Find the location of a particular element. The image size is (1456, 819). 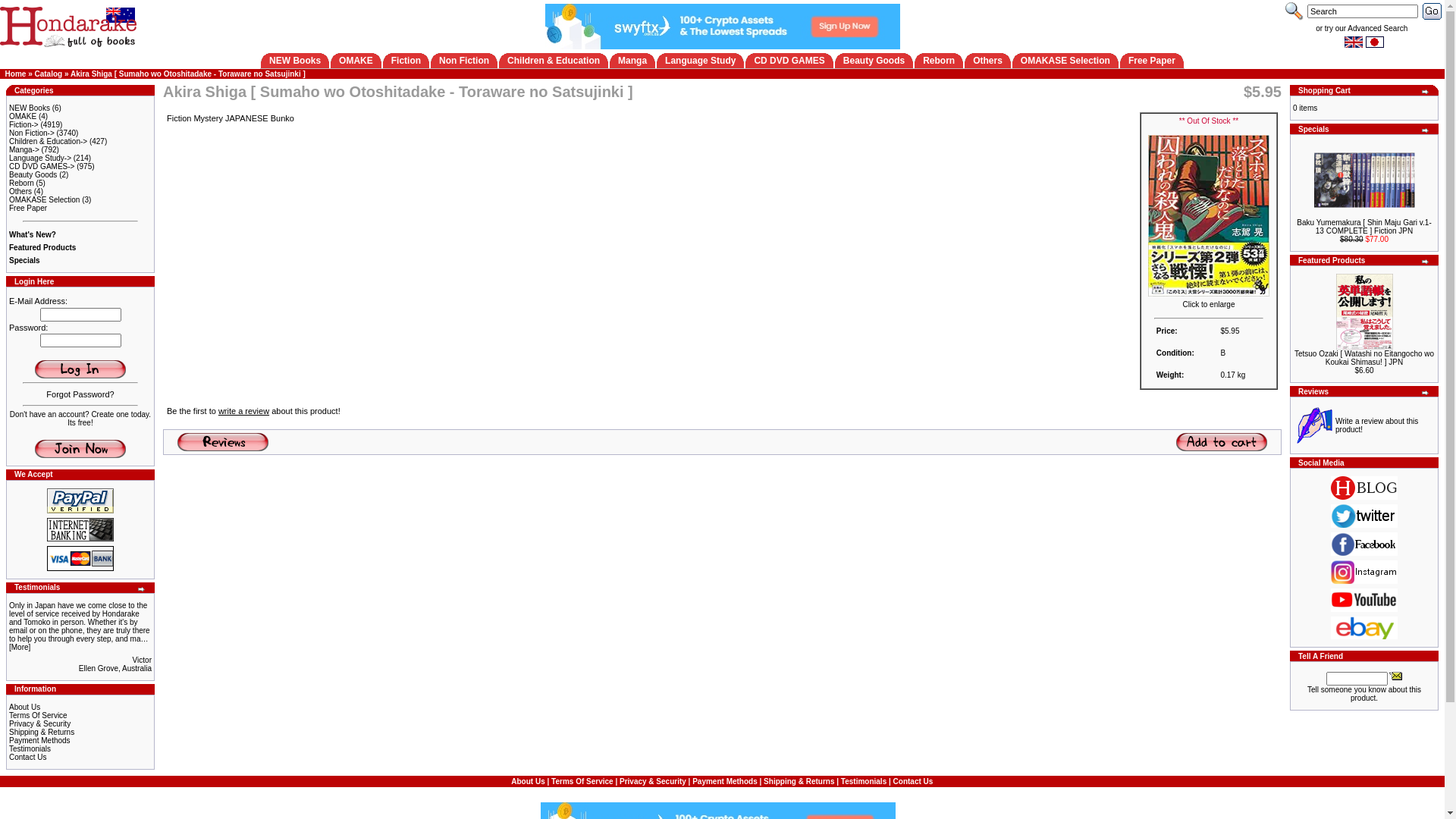

'Manga->' is located at coordinates (24, 149).